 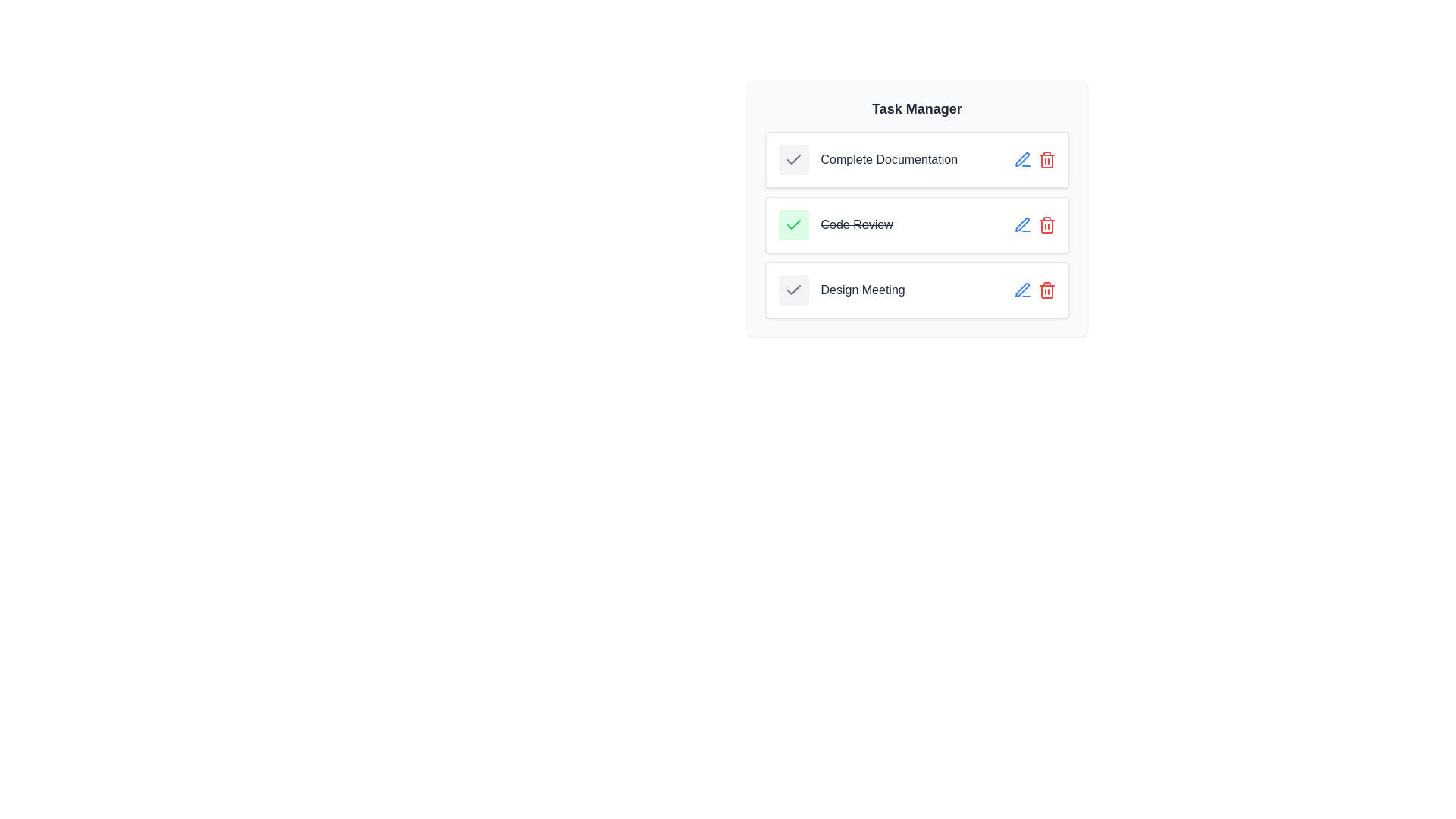 I want to click on the completed task text label with strikethrough styling located under the 'Task Manager' section, positioned to the right of the green check icon, so click(x=835, y=225).